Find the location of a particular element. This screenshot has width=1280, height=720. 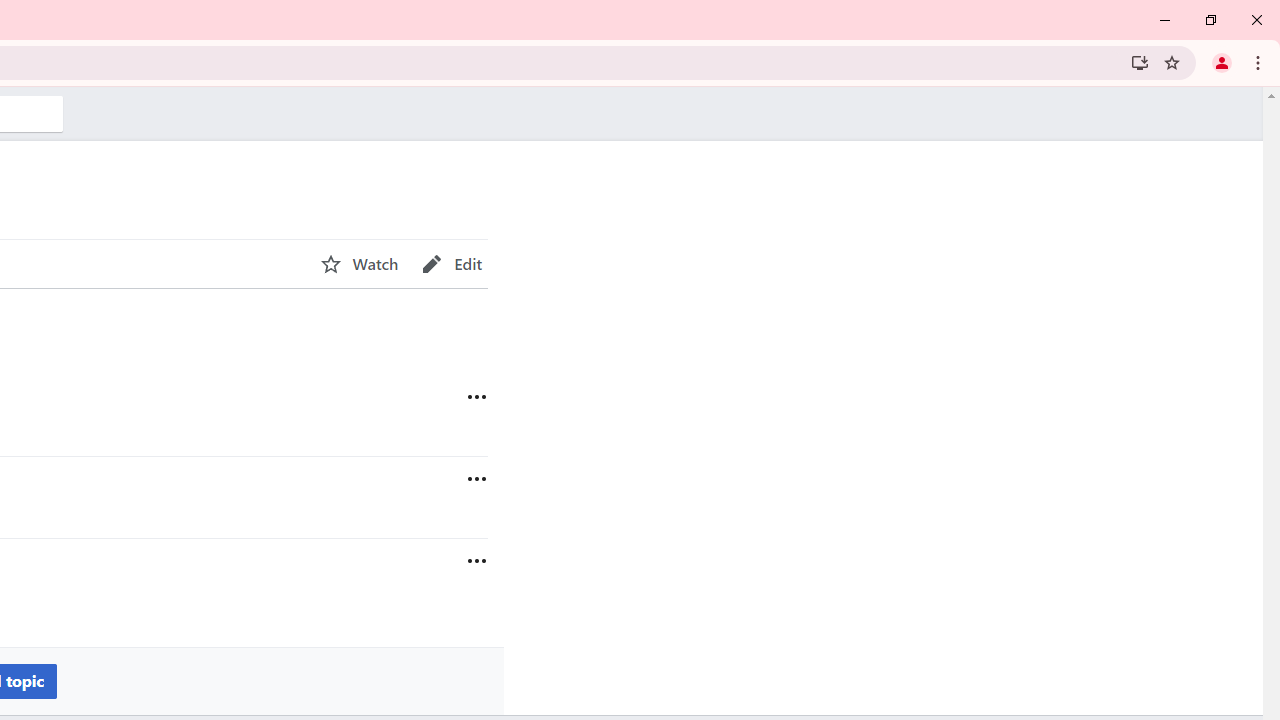

'AutomationID: page-actions-watch' is located at coordinates (359, 263).